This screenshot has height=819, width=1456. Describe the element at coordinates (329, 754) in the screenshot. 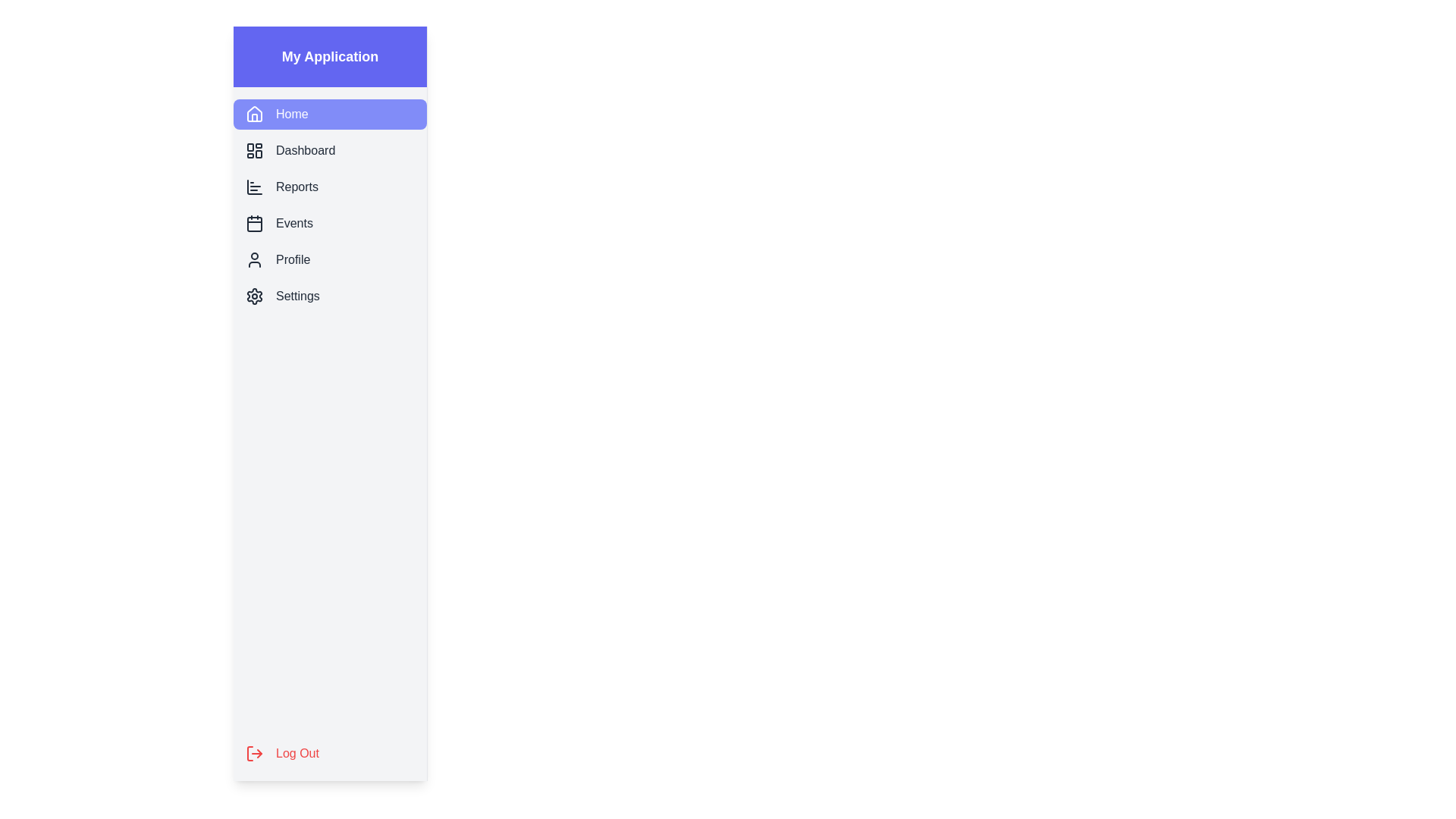

I see `the logout button located at the bottom left of the vertical sidebar` at that location.